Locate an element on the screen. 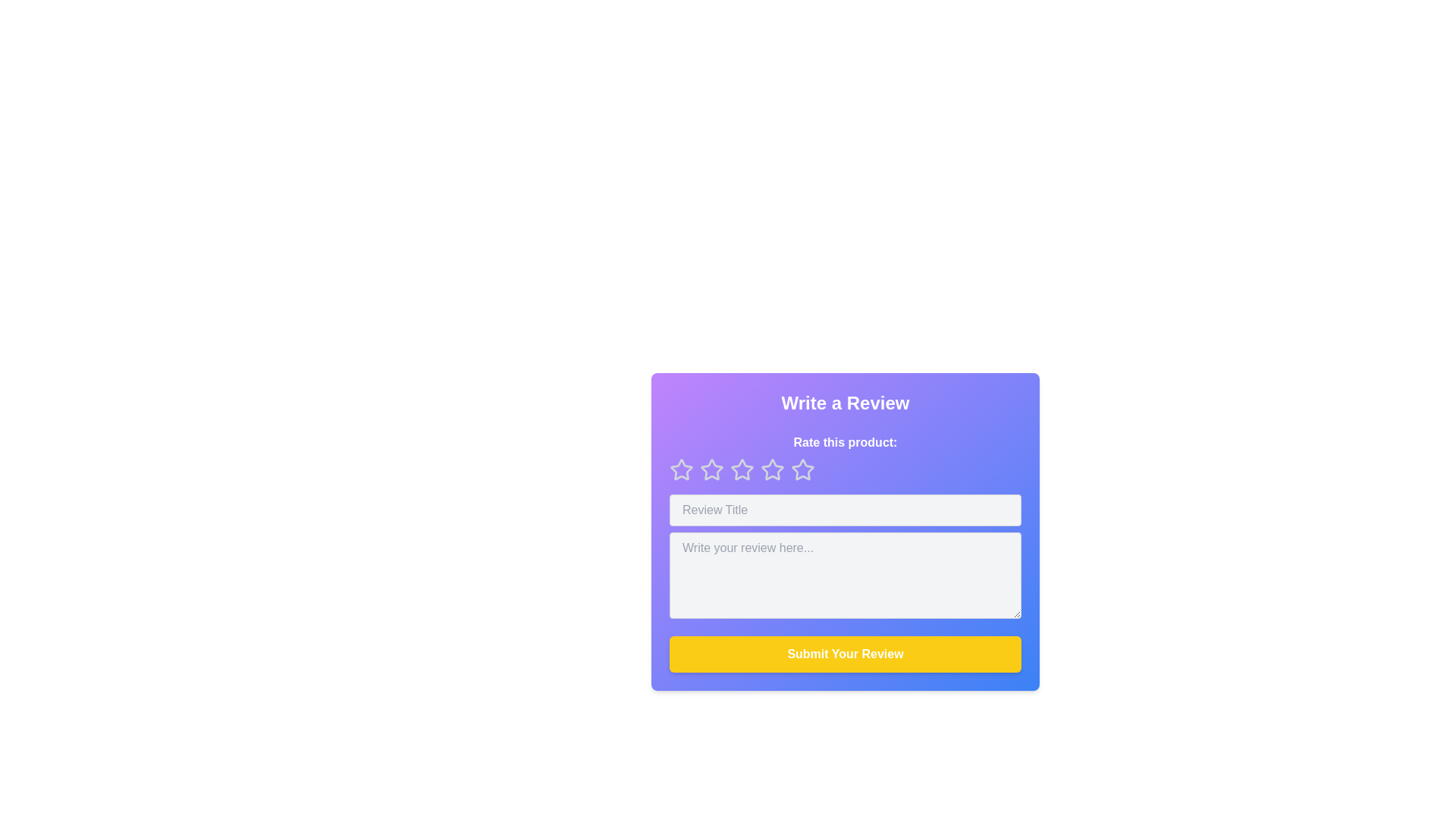 The width and height of the screenshot is (1456, 819). the second star icon in the row of rating stars directly below the 'Rate this product:' text in the 'Write a Review' modal is located at coordinates (742, 469).